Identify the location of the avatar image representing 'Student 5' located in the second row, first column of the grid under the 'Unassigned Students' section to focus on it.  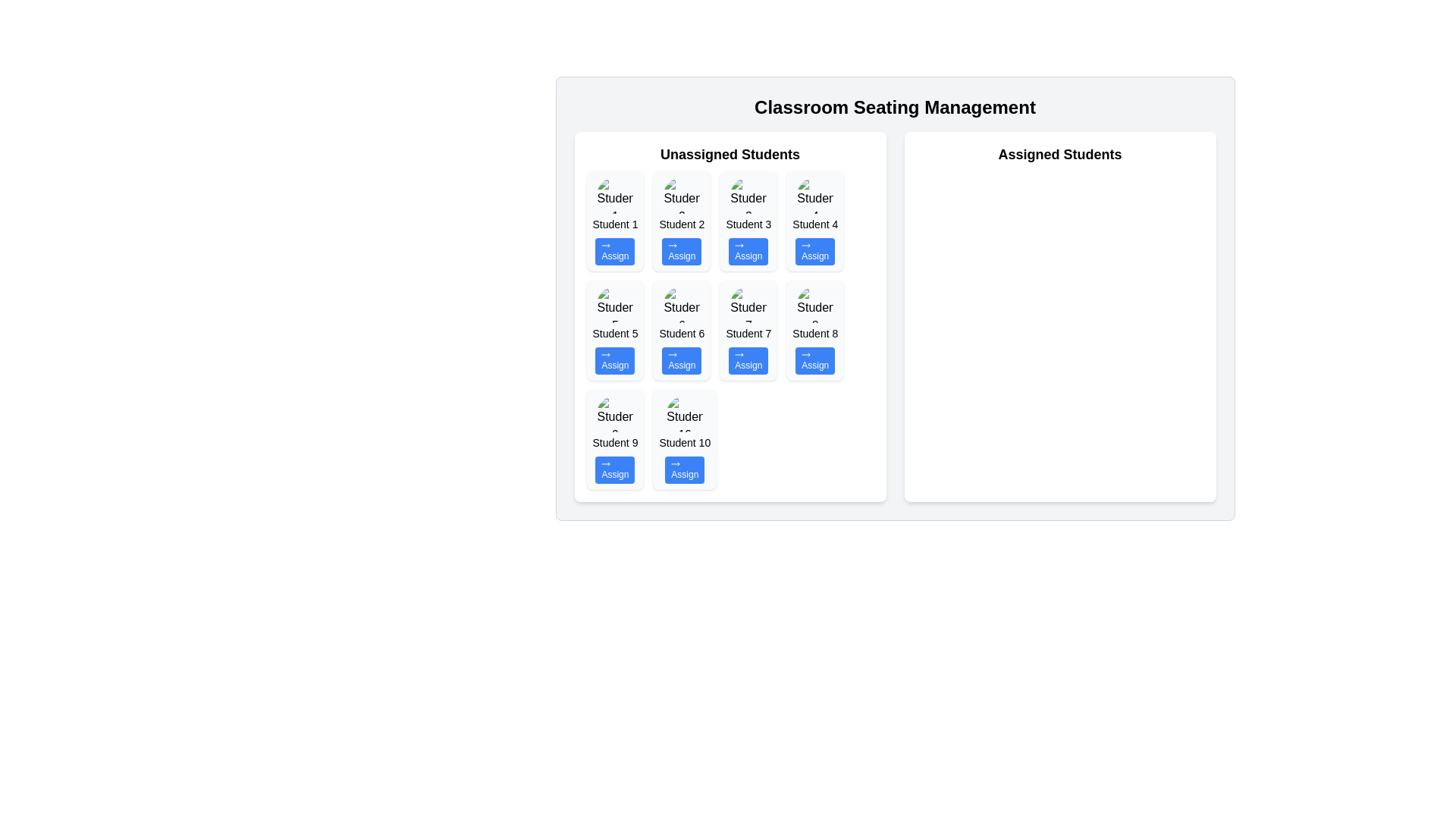
(615, 304).